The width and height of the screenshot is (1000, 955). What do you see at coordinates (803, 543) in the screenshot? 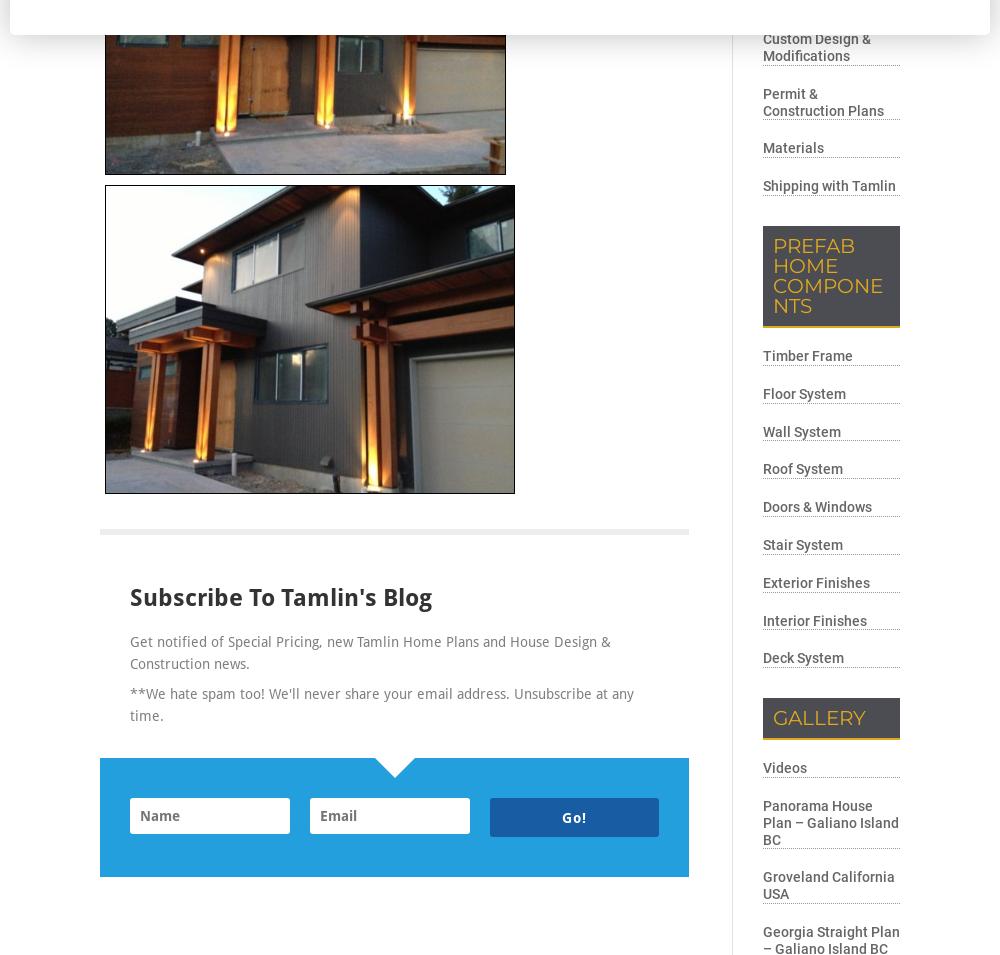
I see `'Stair System'` at bounding box center [803, 543].